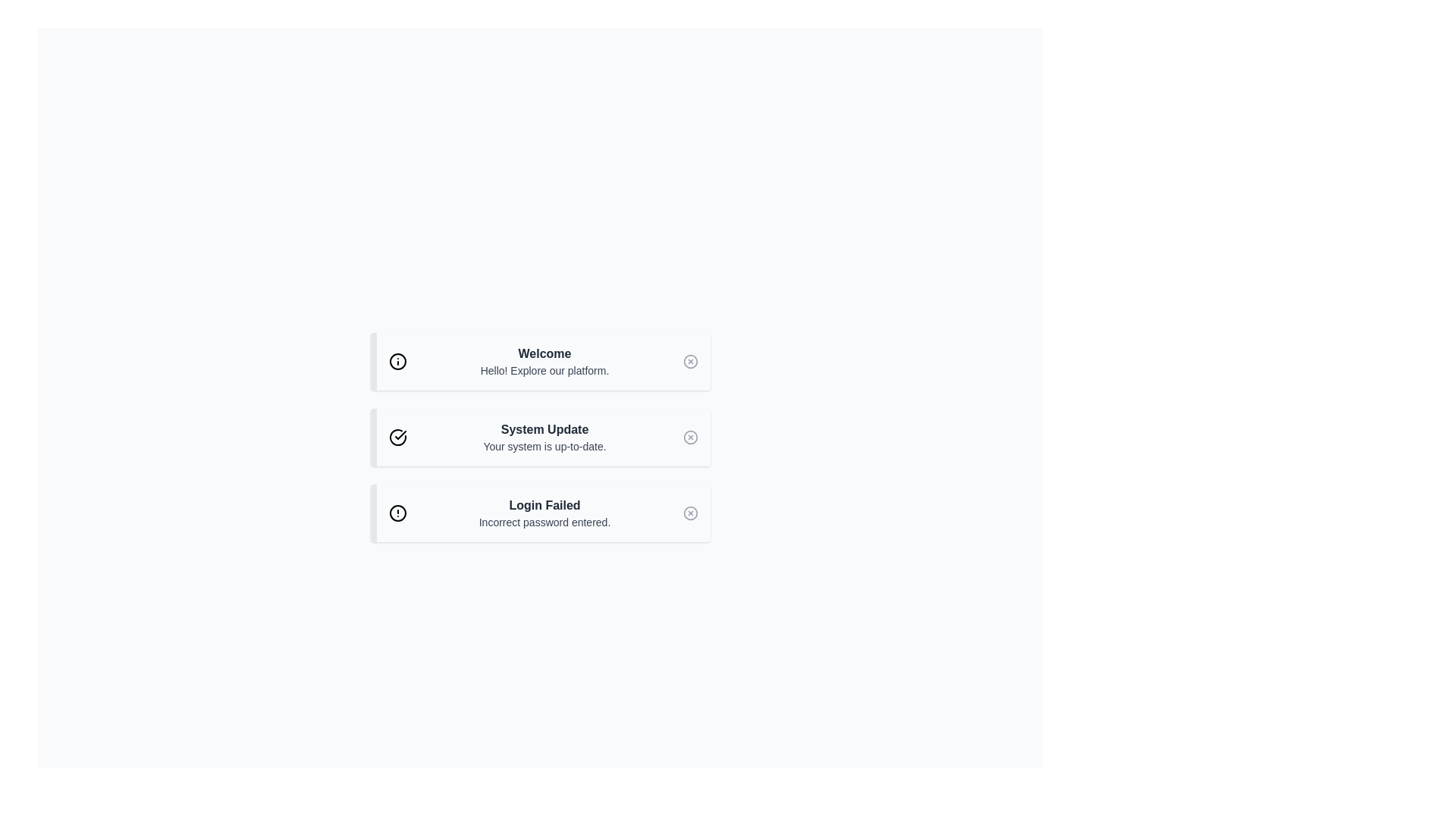 This screenshot has height=819, width=1456. Describe the element at coordinates (544, 362) in the screenshot. I see `the informational header Text Block that welcomes the user and encourages exploration of the platform, which is positioned centrally within a rounded card appearance` at that location.